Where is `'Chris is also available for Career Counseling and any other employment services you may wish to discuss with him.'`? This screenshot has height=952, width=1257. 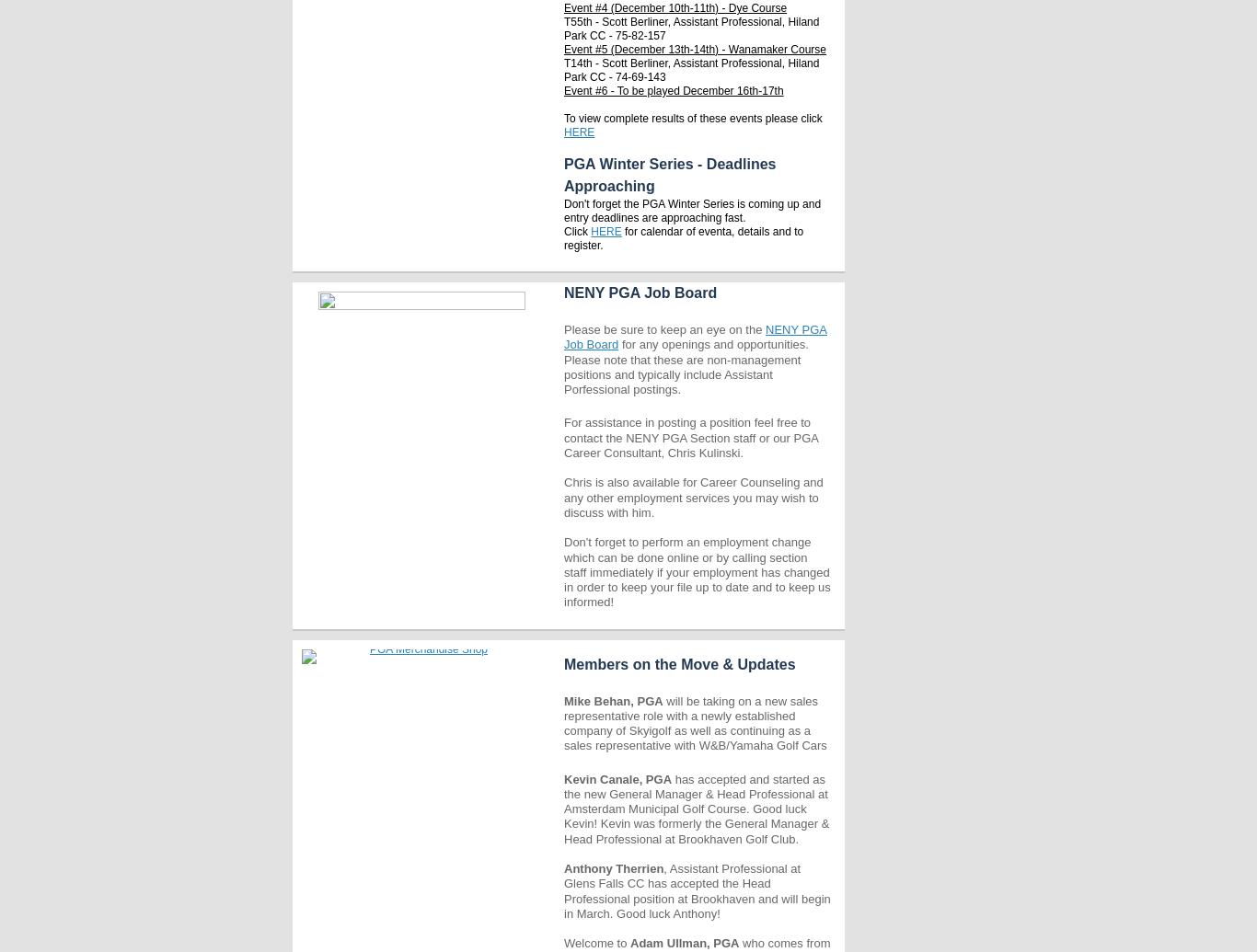 'Chris is also available for Career Counseling and any other employment services you may wish to discuss with him.' is located at coordinates (693, 496).